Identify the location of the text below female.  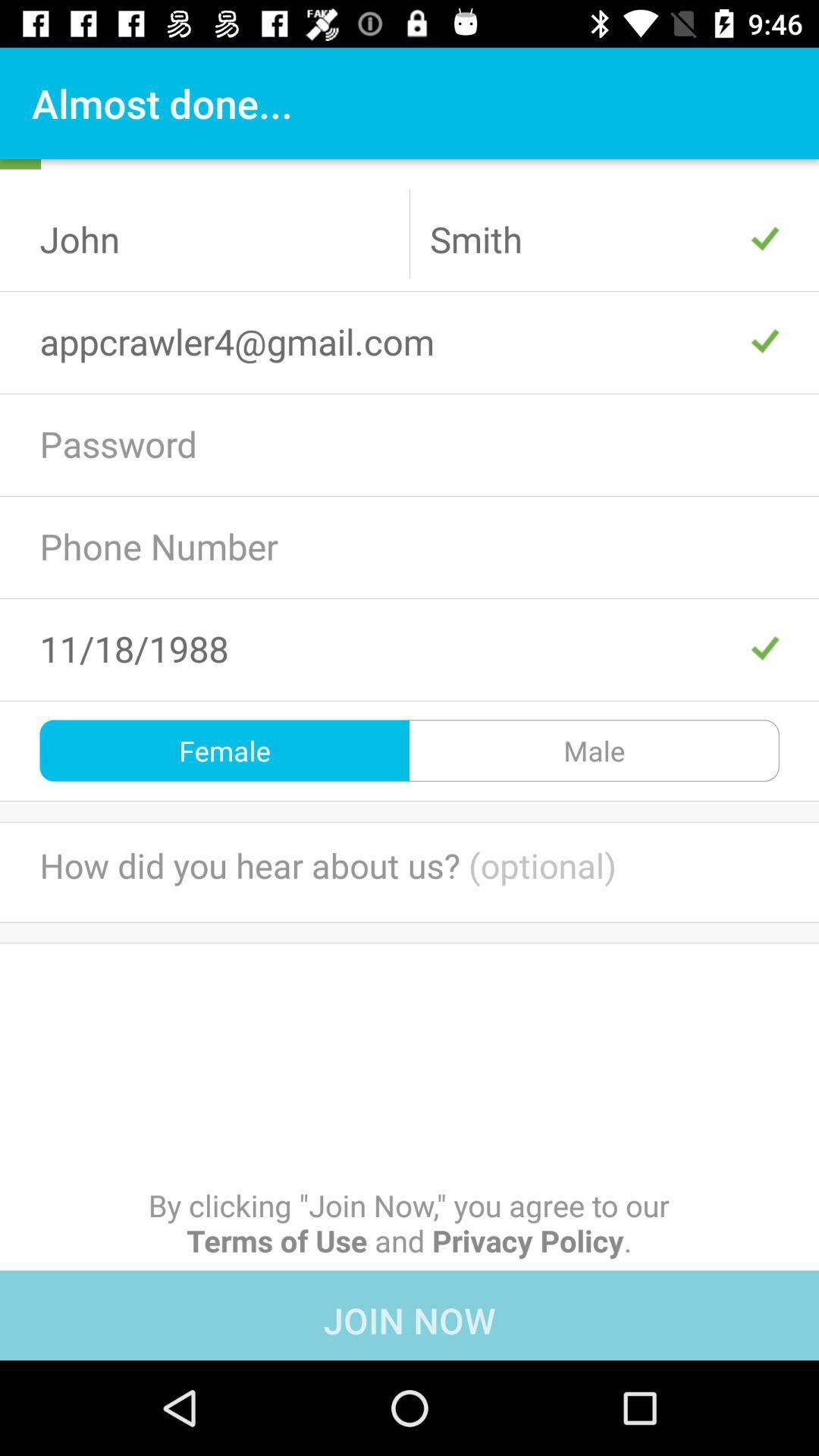
(409, 872).